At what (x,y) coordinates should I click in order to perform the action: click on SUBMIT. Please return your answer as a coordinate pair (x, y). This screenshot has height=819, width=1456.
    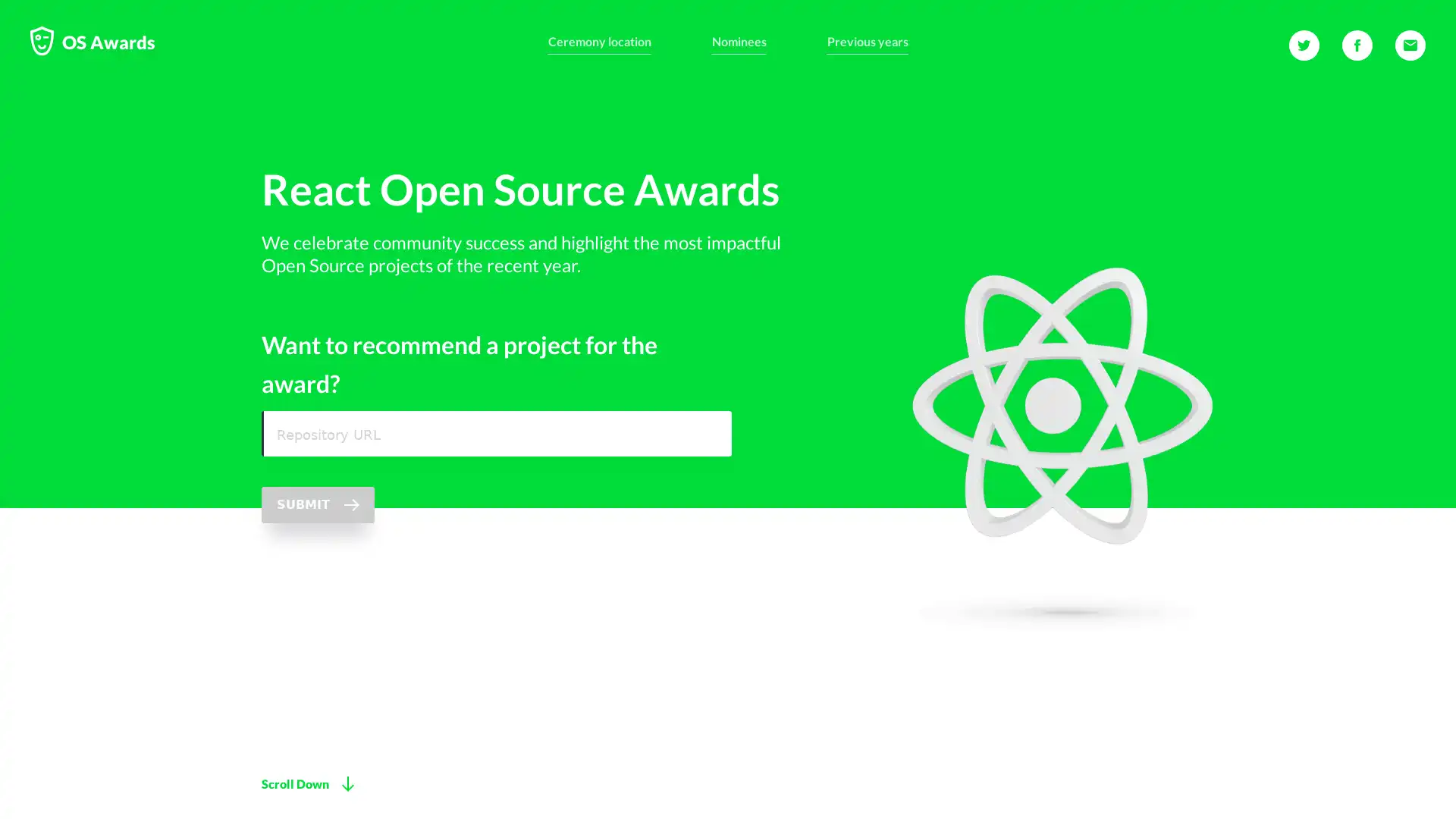
    Looking at the image, I should click on (317, 544).